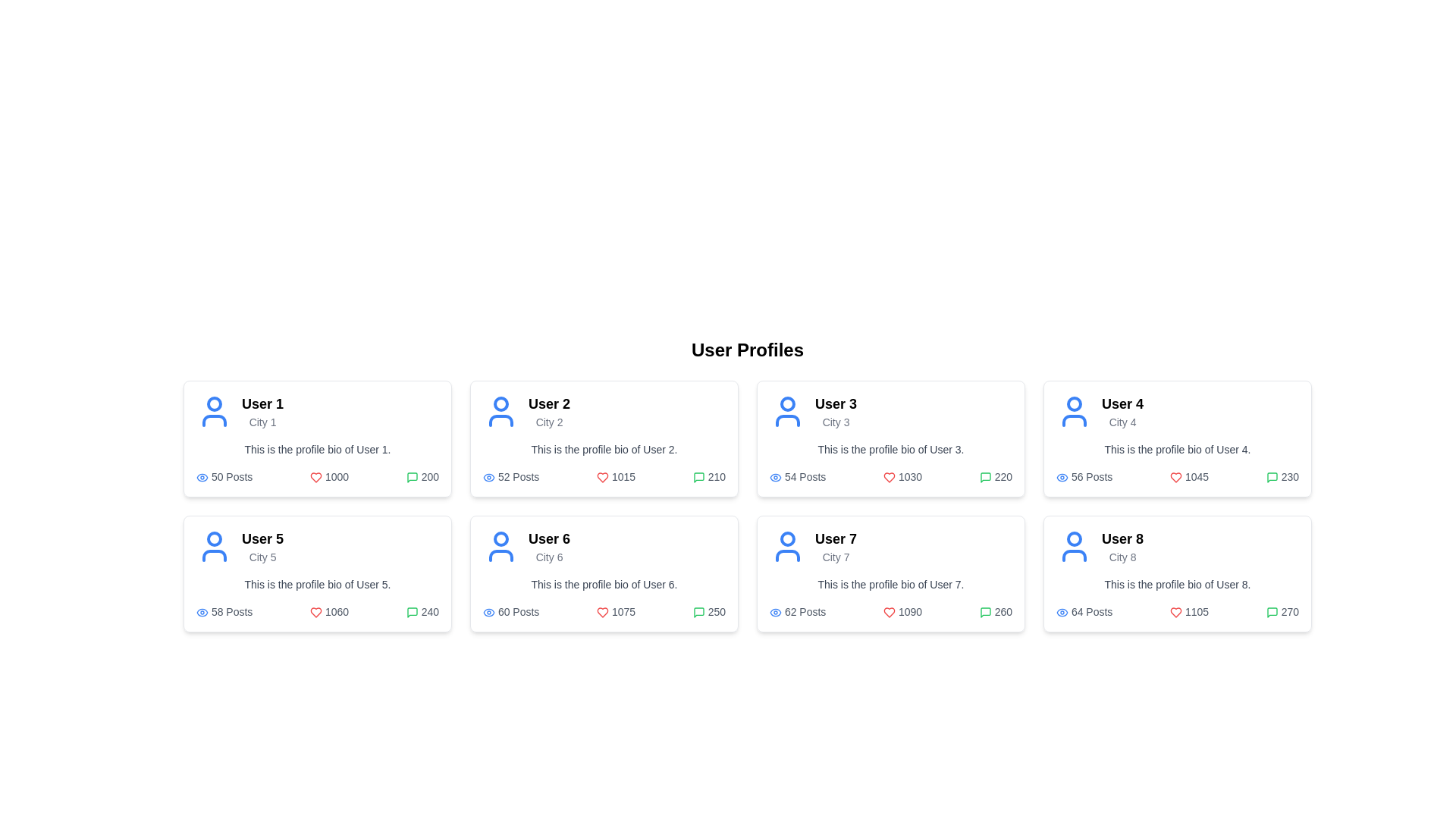  What do you see at coordinates (548, 403) in the screenshot?
I see `the title text element representing User 2, which is prominently displayed in the second card of the top row, to the right of a user icon and above 'City 2'` at bounding box center [548, 403].